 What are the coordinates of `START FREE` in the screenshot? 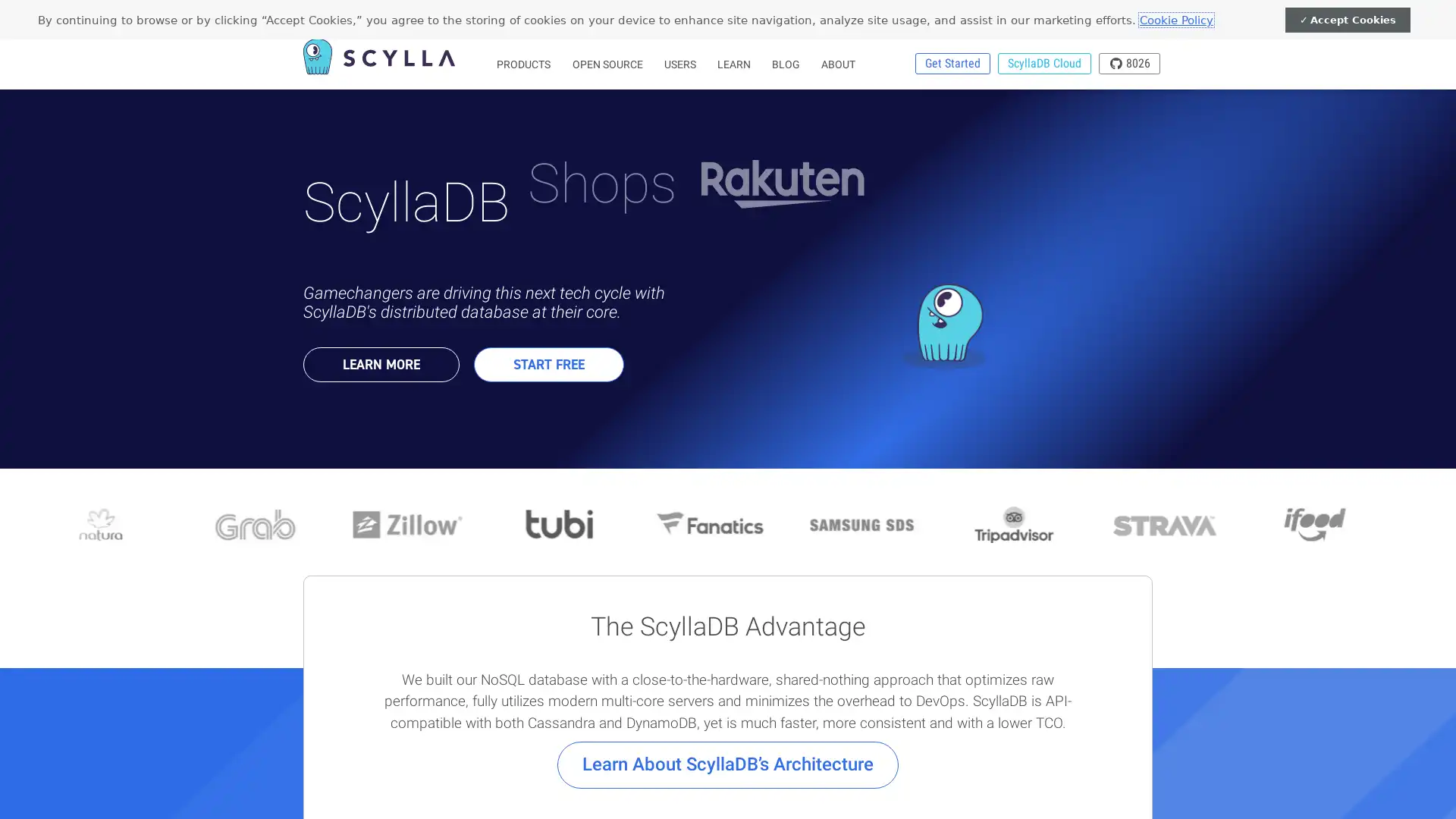 It's located at (548, 364).